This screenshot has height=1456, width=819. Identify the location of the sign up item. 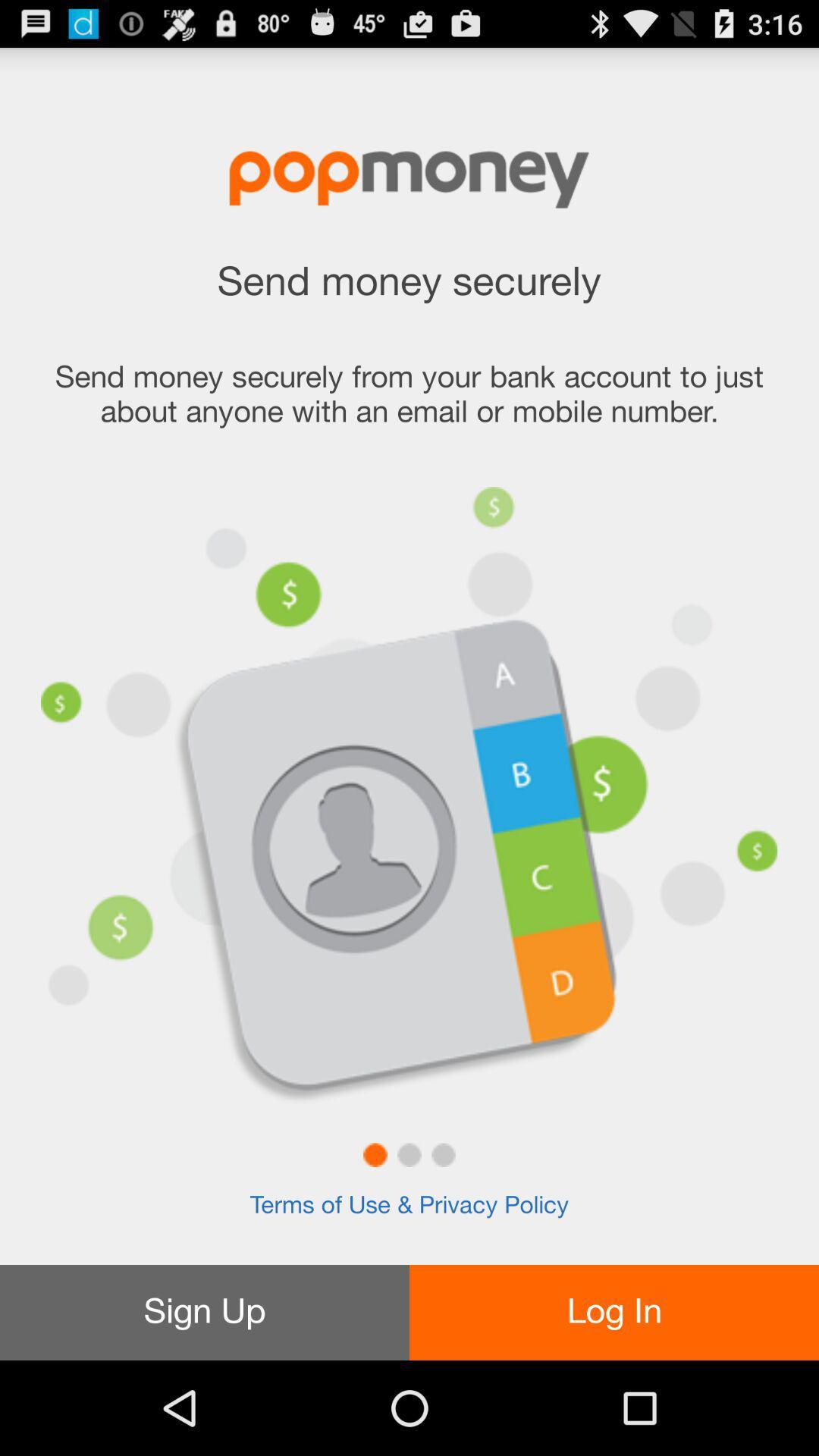
(205, 1312).